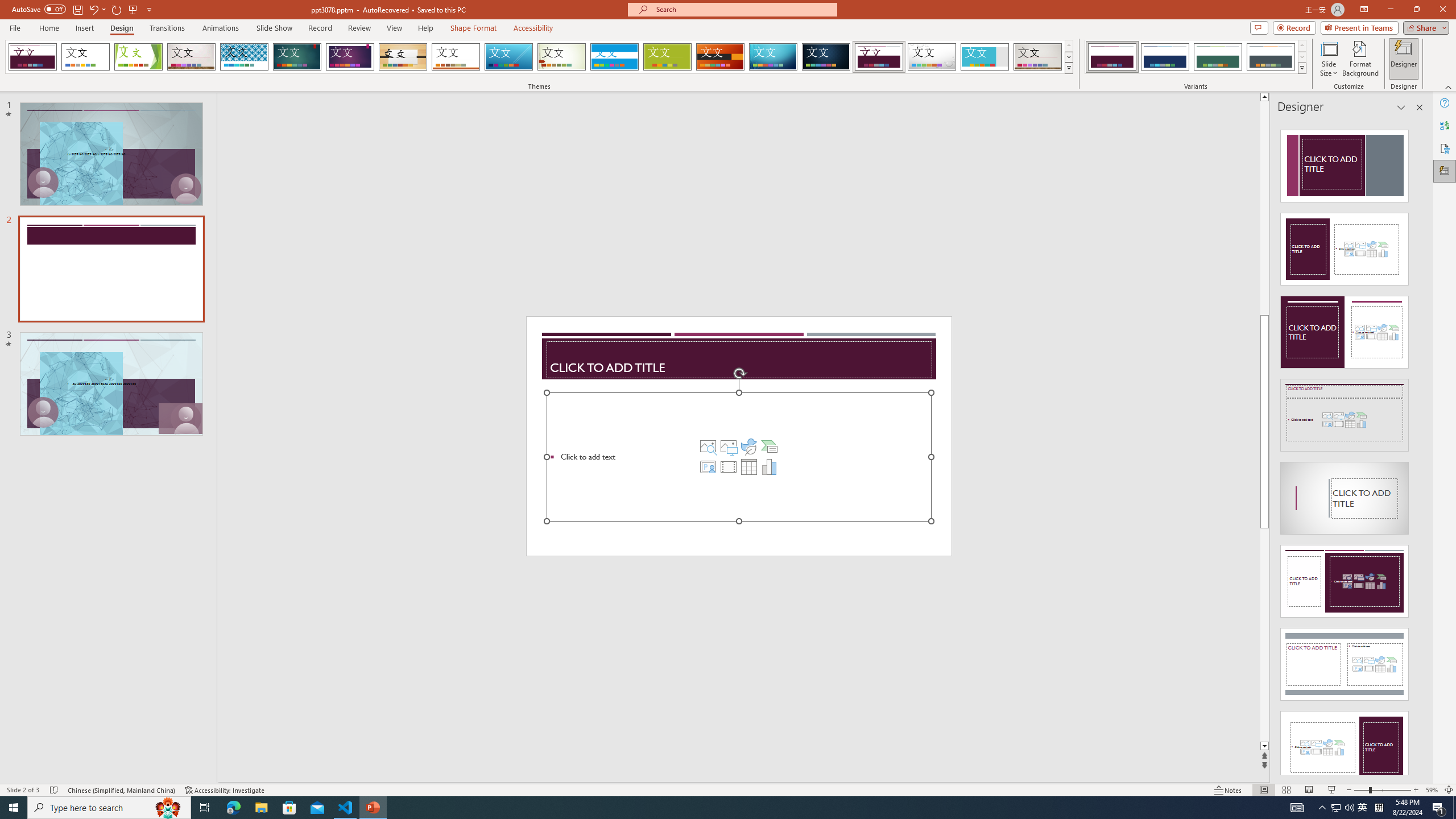 This screenshot has height=819, width=1456. What do you see at coordinates (708, 446) in the screenshot?
I see `'Stock Images'` at bounding box center [708, 446].